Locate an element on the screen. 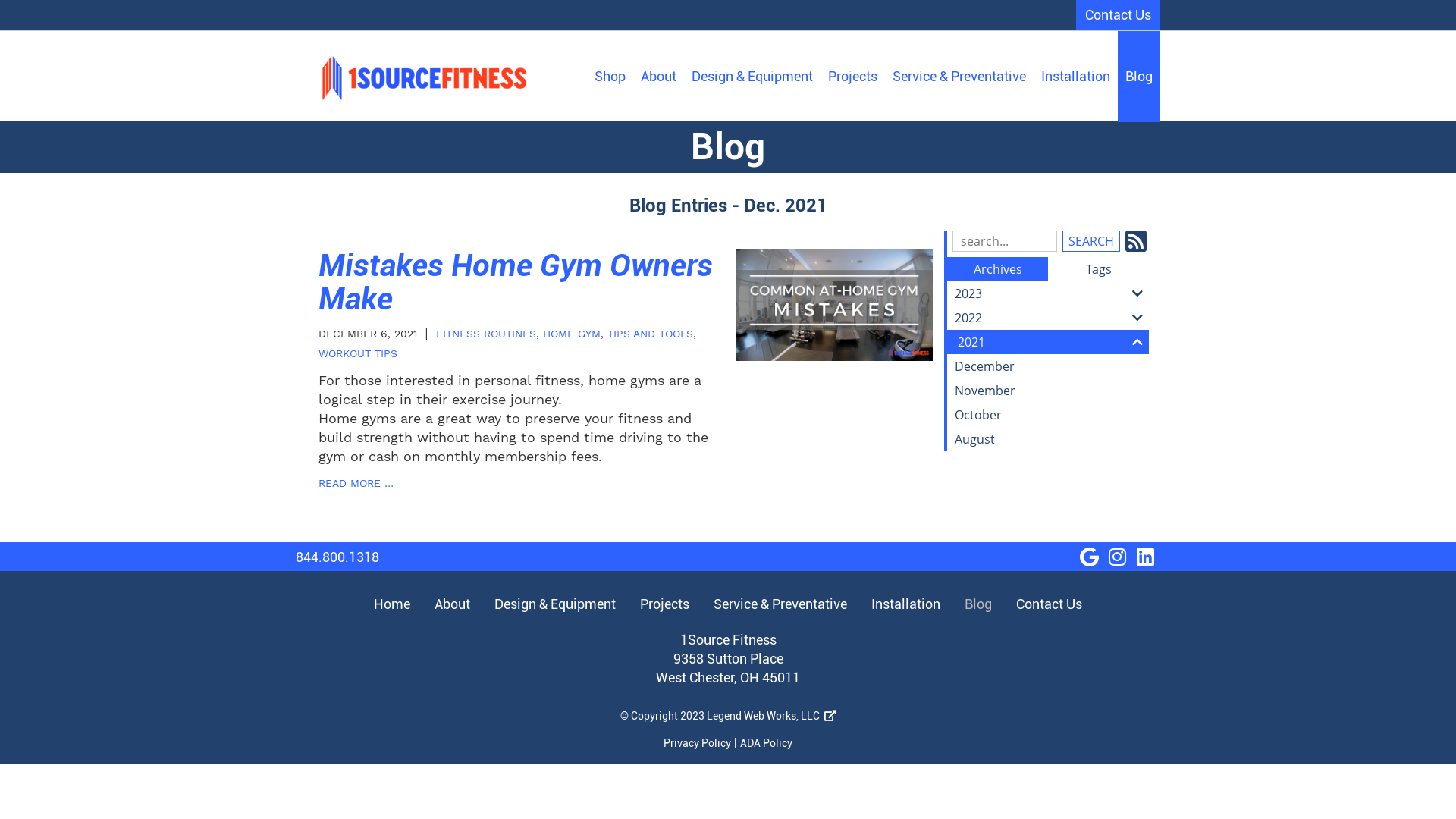  '2022' is located at coordinates (946, 317).